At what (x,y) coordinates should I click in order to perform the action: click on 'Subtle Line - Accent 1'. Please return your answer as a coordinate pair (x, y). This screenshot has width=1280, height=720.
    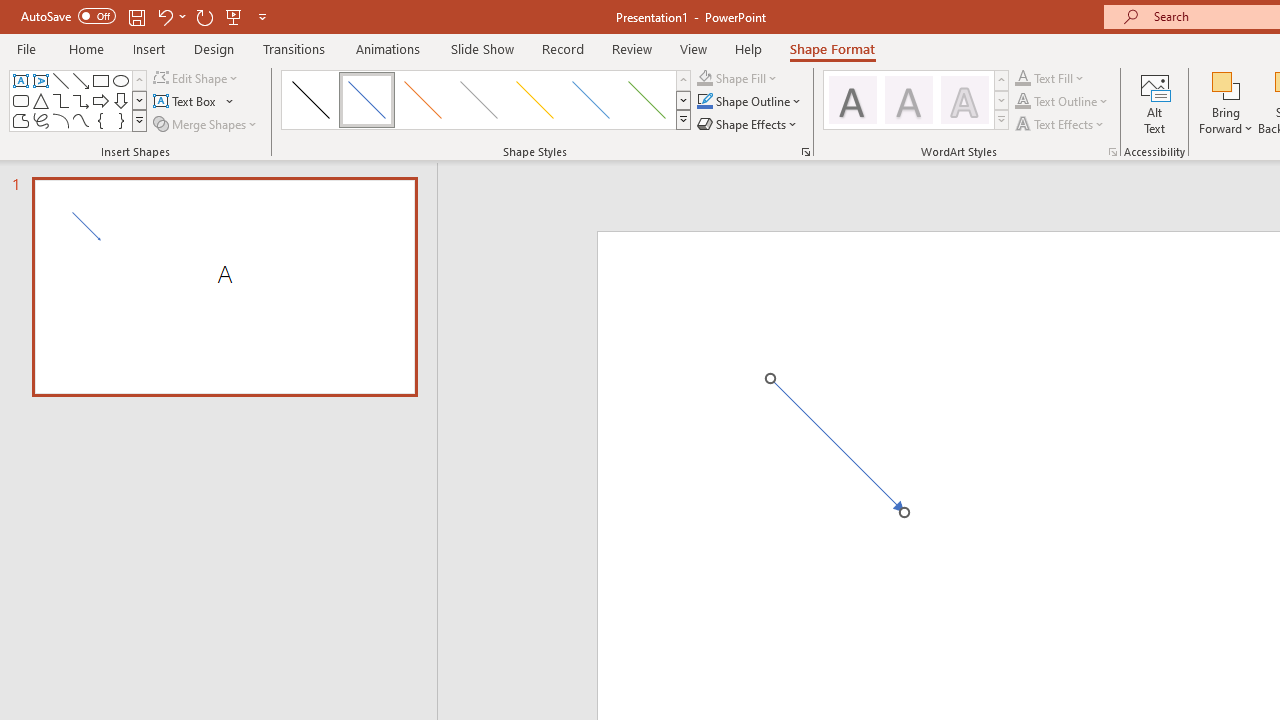
    Looking at the image, I should click on (367, 100).